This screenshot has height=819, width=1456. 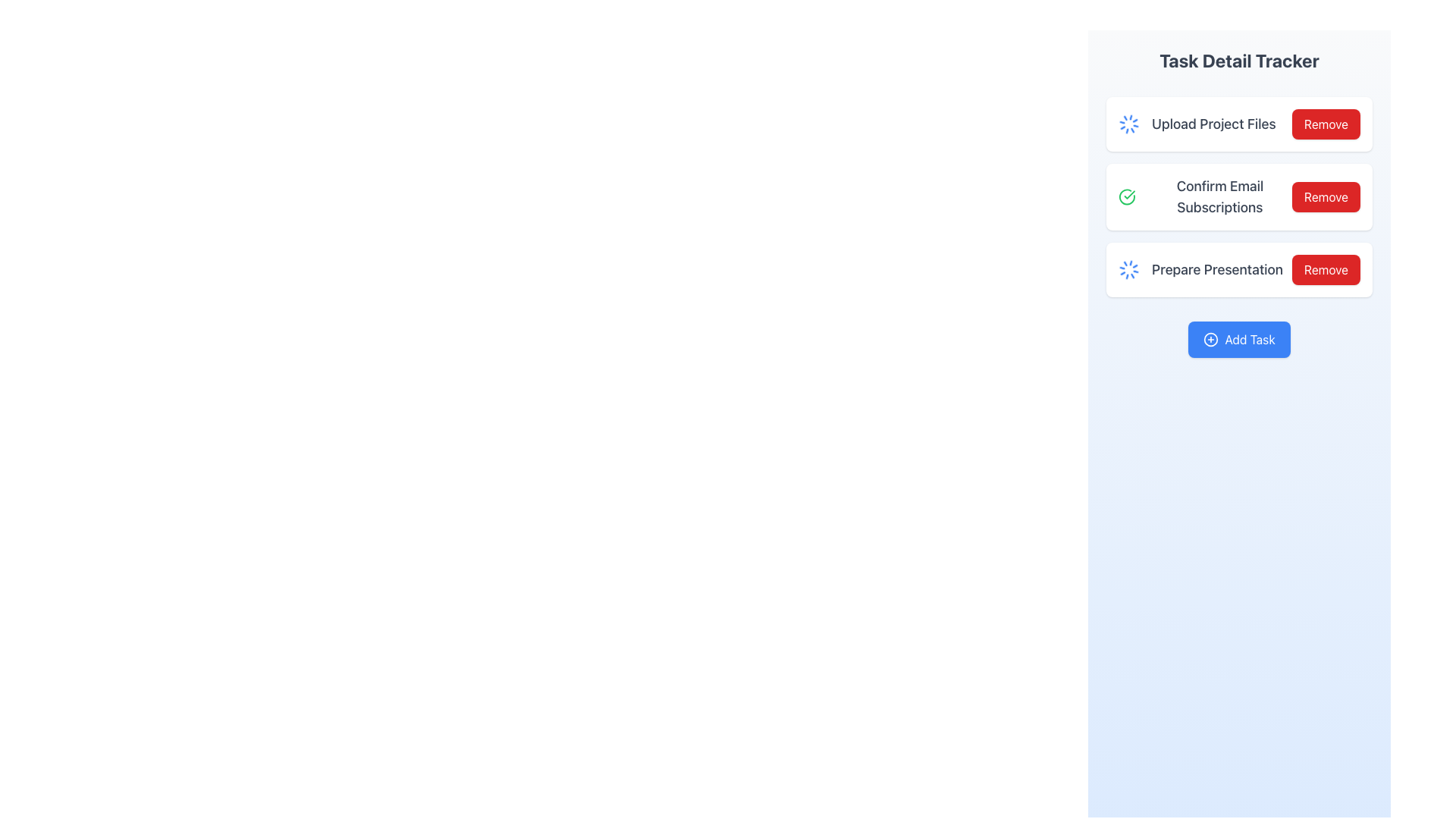 What do you see at coordinates (1219, 196) in the screenshot?
I see `the text label displaying 'Confirm Email Subscriptions' which is styled in gray and is located in the 'Task Detail Tracker' section, positioned between 'Upload Project Files' and 'Prepare Presentation'` at bounding box center [1219, 196].